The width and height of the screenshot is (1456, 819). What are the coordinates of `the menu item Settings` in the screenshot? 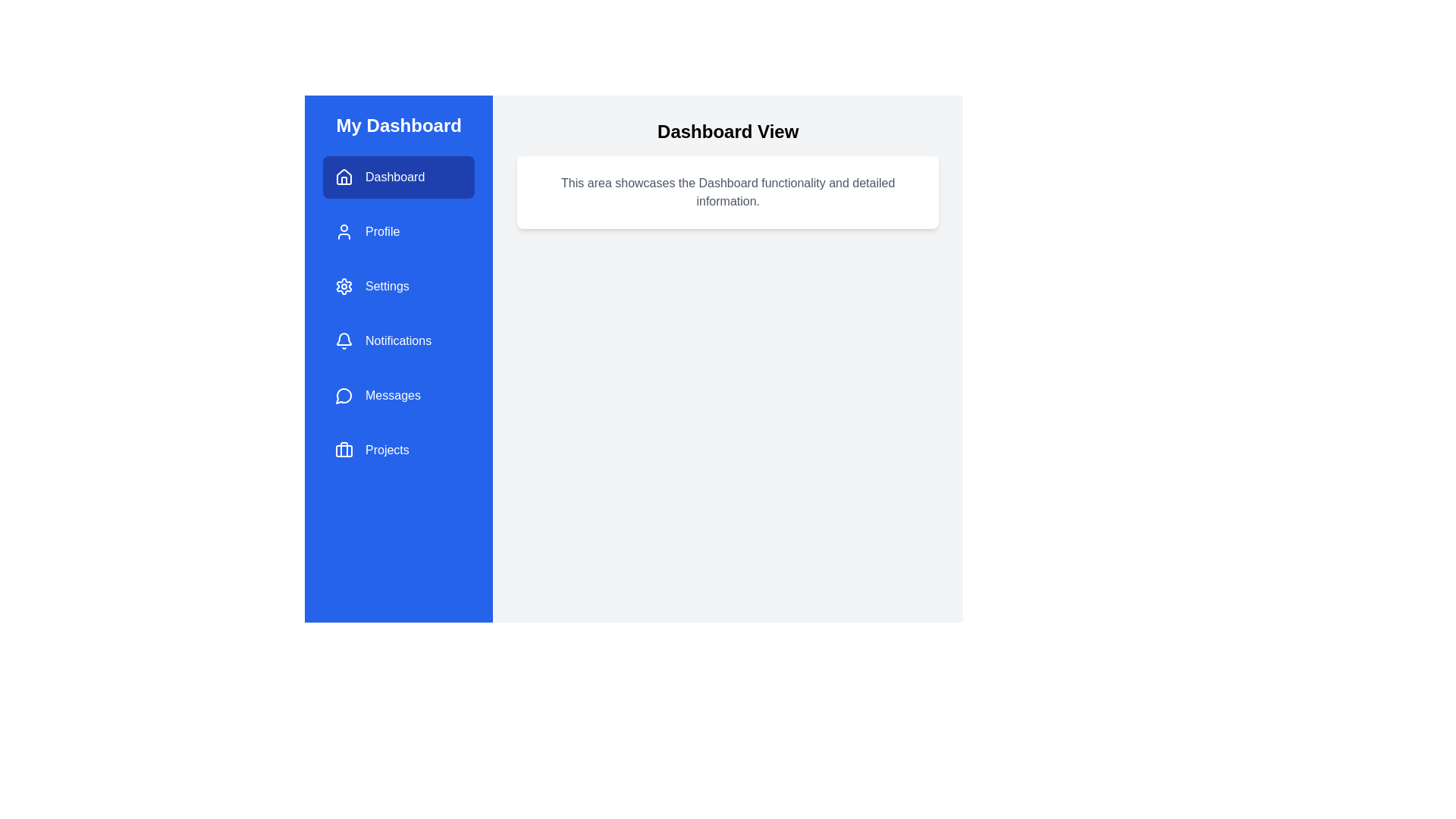 It's located at (399, 287).